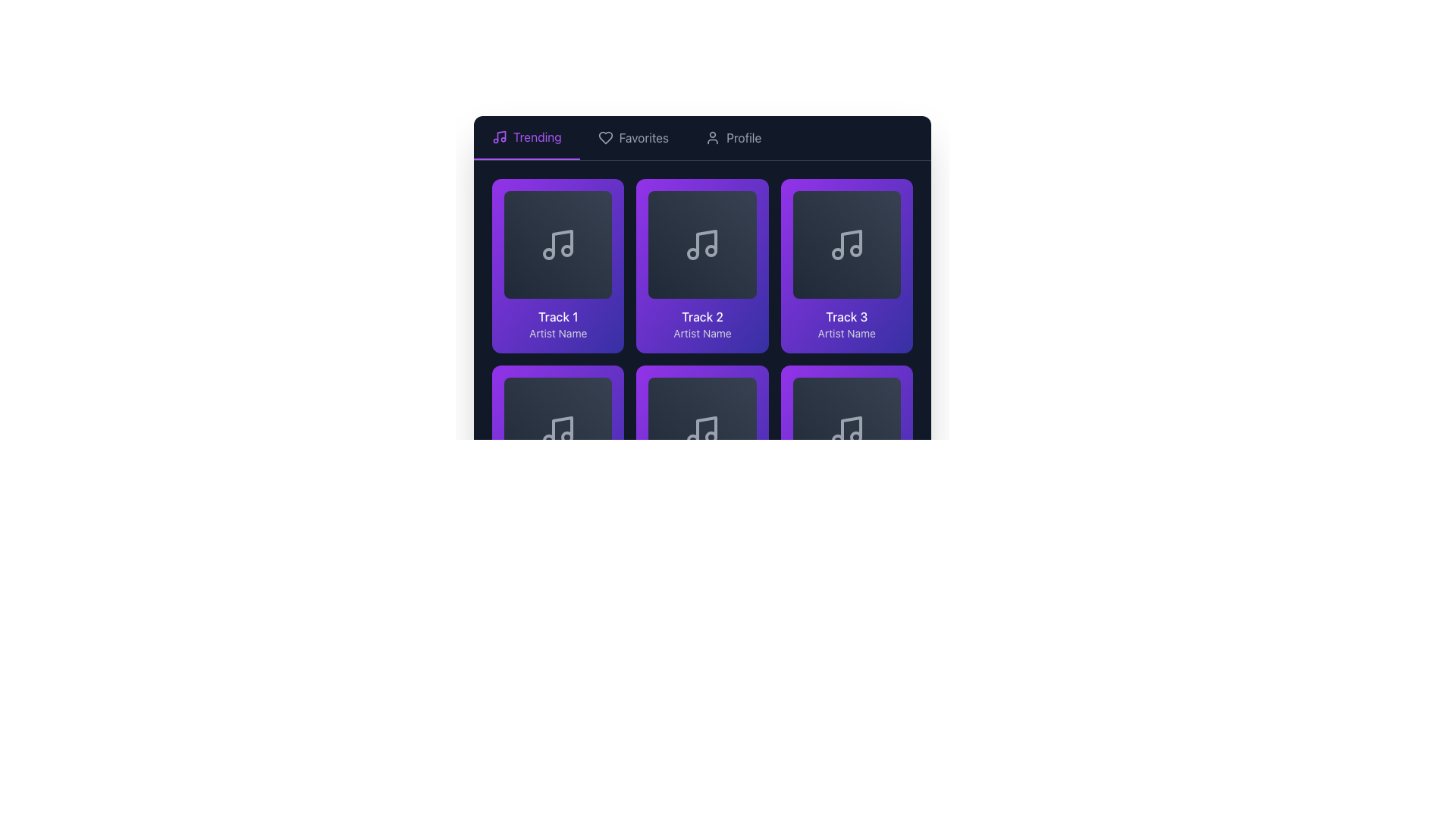 This screenshot has height=819, width=1456. Describe the element at coordinates (701, 316) in the screenshot. I see `the text labeled 'Track 2' which is displayed in white font on a purple gradient background inside a rounded rectangular card, positioned beneath a music icon` at that location.